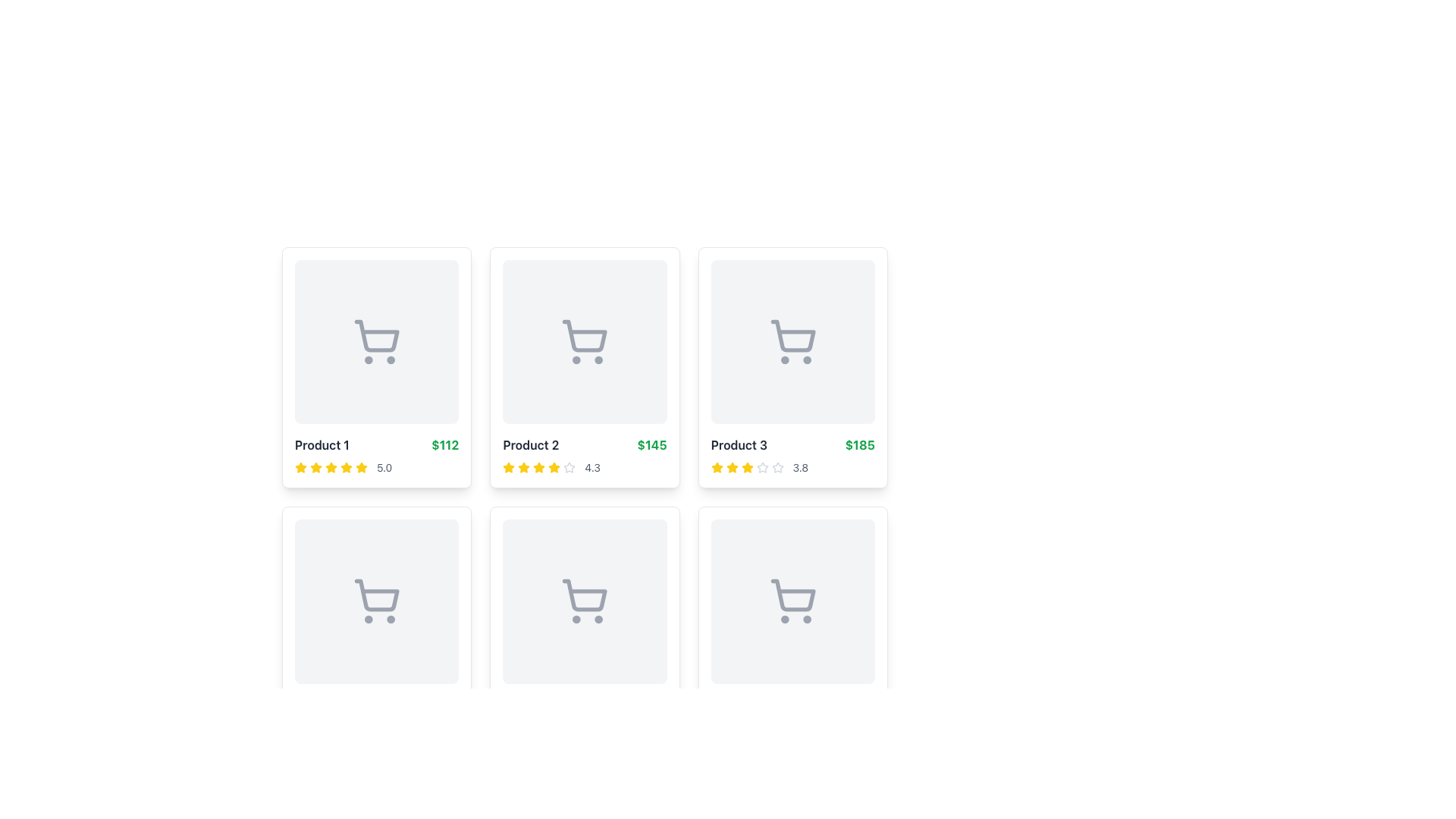  What do you see at coordinates (531, 444) in the screenshot?
I see `the 'Product 2' text label, which is displayed in bold dark gray above the price label '$145' in the second product card from the left` at bounding box center [531, 444].